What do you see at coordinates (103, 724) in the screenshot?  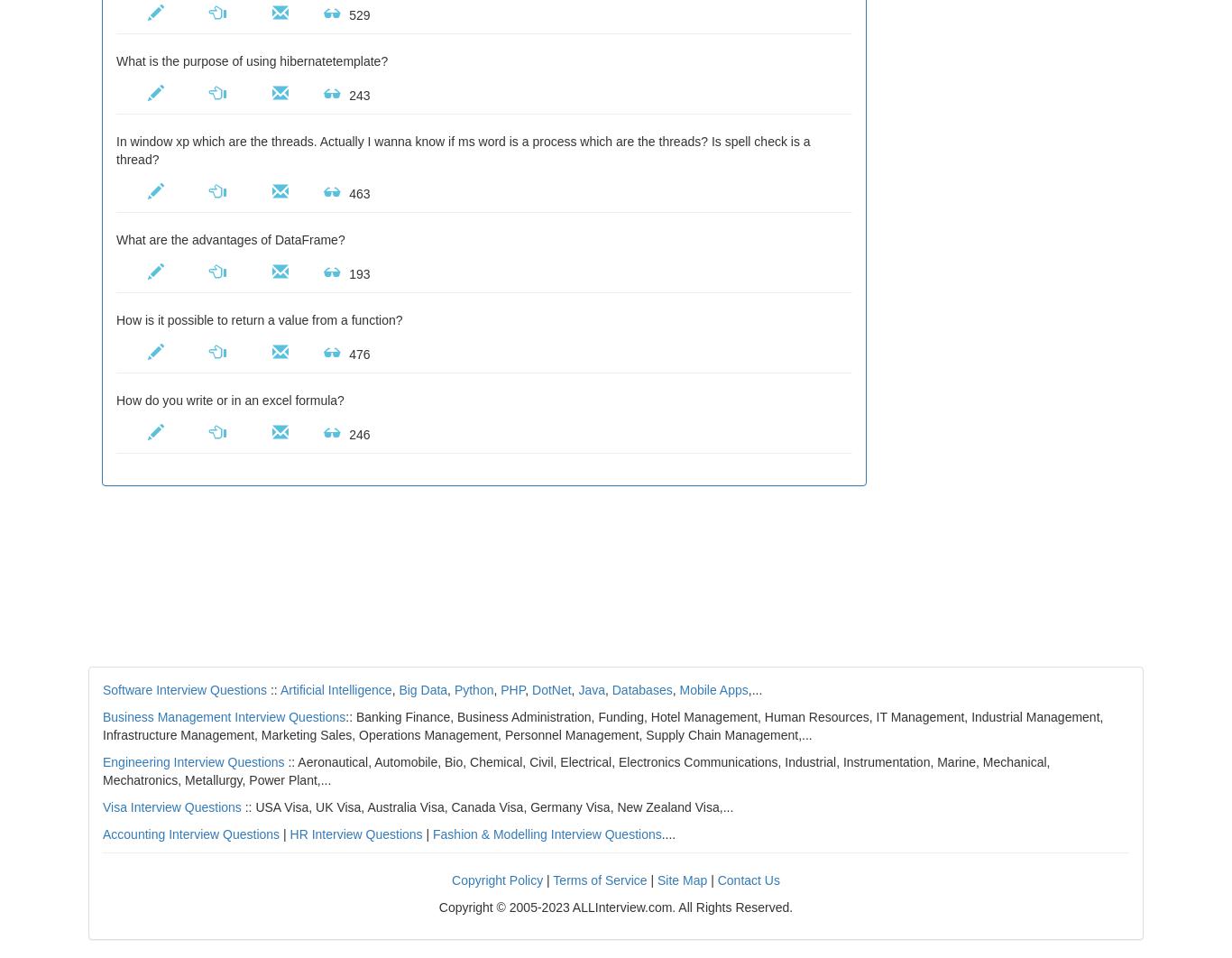 I see `':: Banking Finance, Business Administration, Funding, Hotel Management, Human Resources, IT Management, Industrial Management, Infrastructure Management, Marketing Sales, Operations Management, Personnel Management, Supply Chain Management,...'` at bounding box center [103, 724].